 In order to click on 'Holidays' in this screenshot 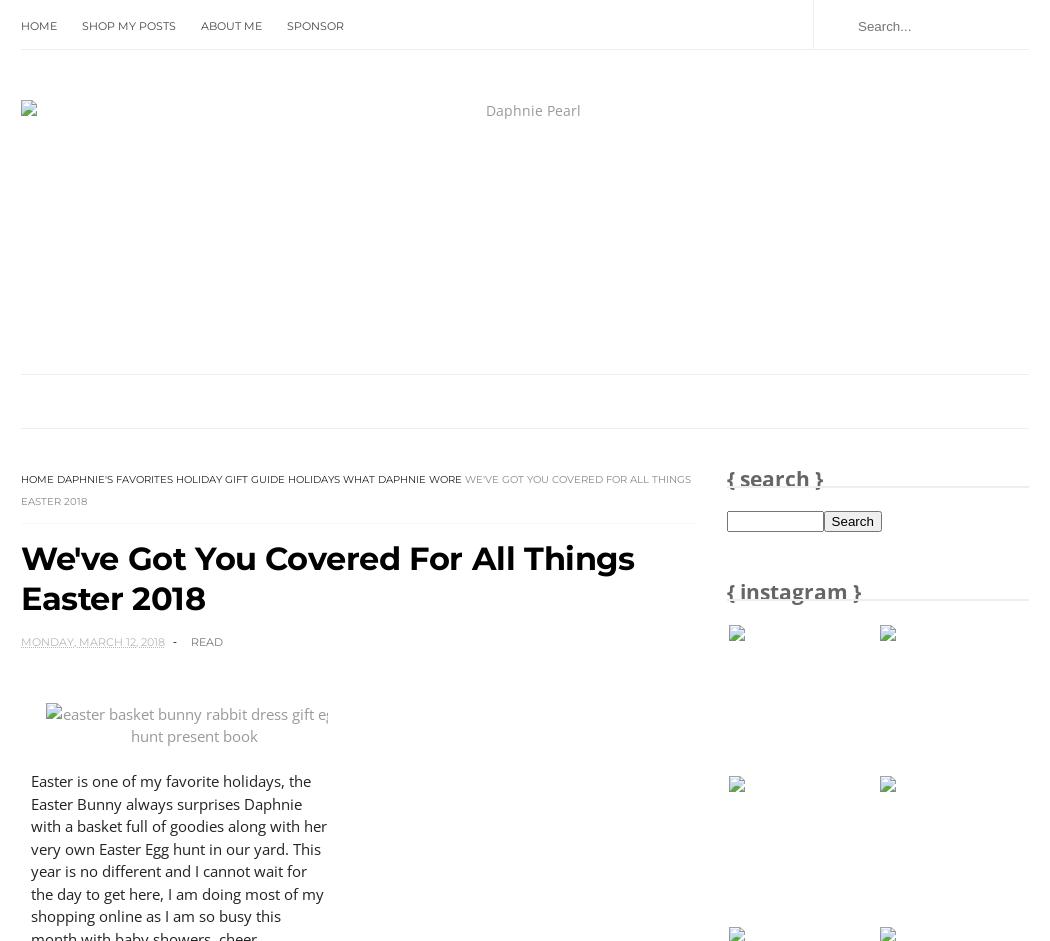, I will do `click(313, 477)`.